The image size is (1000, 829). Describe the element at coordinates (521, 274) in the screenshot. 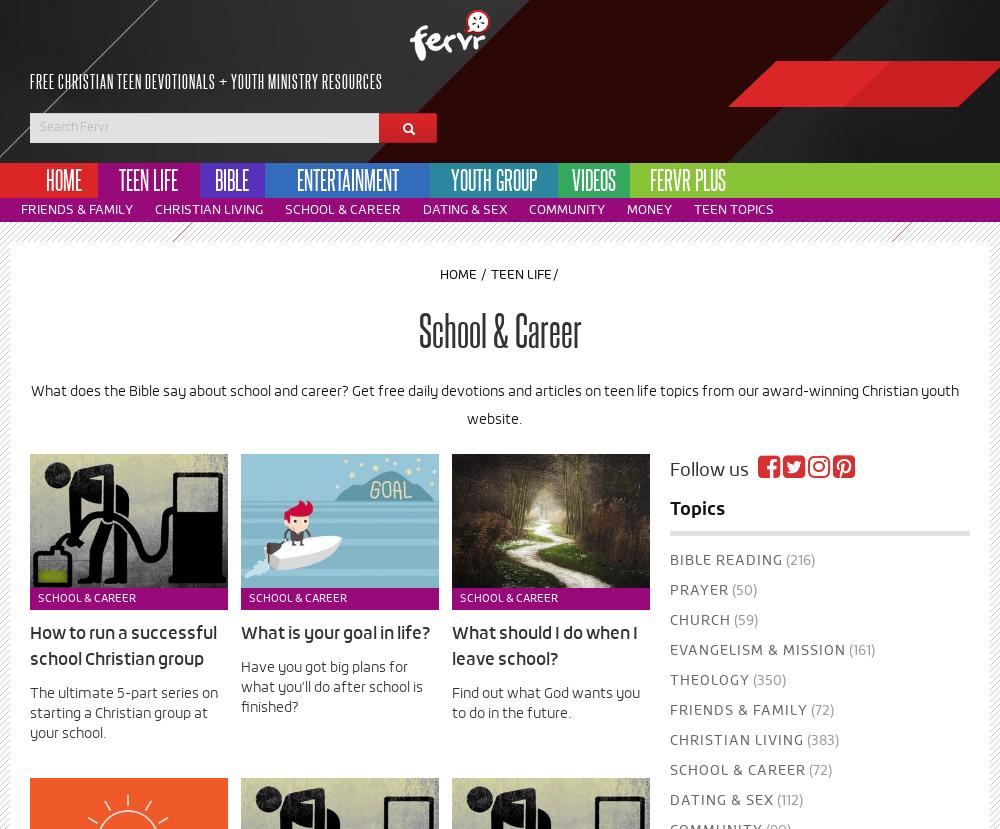

I see `'Teen Life'` at that location.